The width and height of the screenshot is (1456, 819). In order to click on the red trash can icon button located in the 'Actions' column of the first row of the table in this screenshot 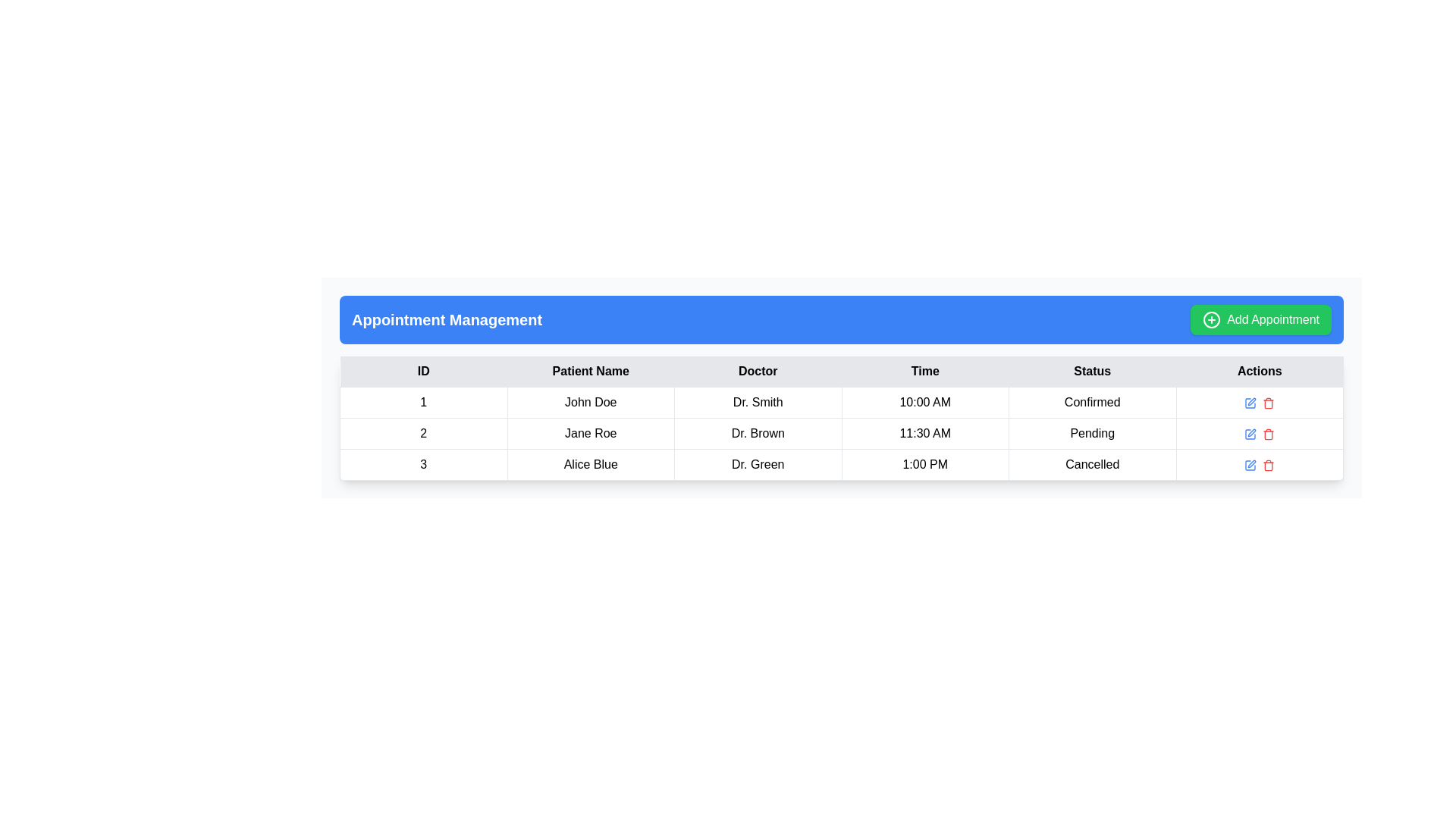, I will do `click(1269, 402)`.